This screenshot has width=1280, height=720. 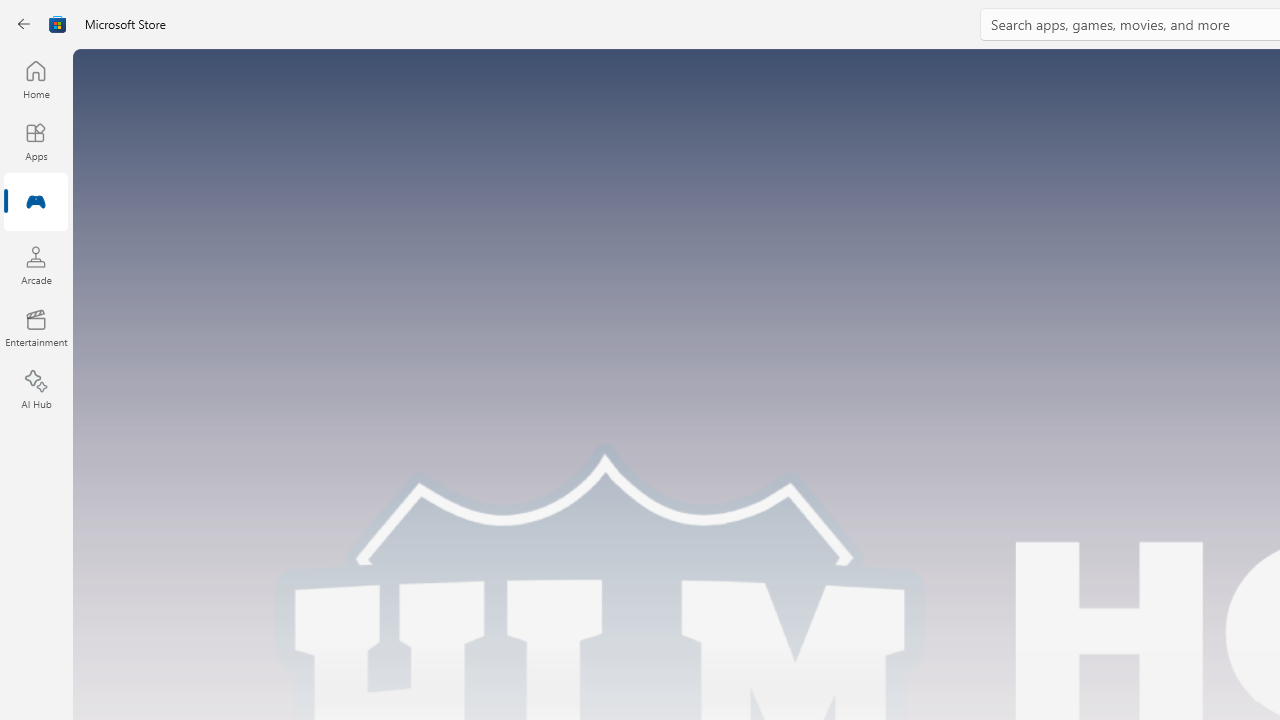 I want to click on 'Back', so click(x=24, y=24).